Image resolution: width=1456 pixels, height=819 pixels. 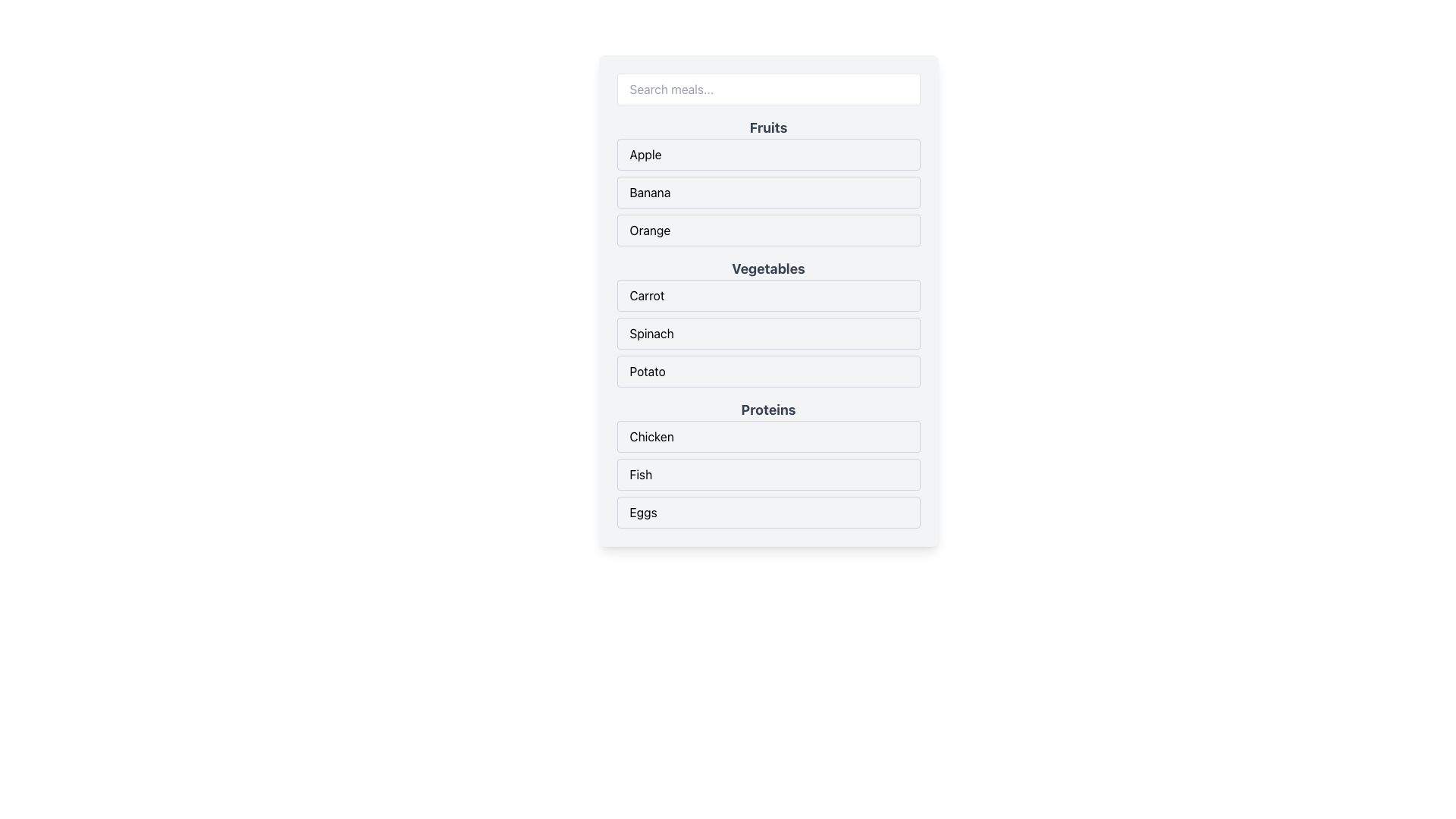 I want to click on the 'Chicken' text label within the 'Proteins' section, so click(x=651, y=436).